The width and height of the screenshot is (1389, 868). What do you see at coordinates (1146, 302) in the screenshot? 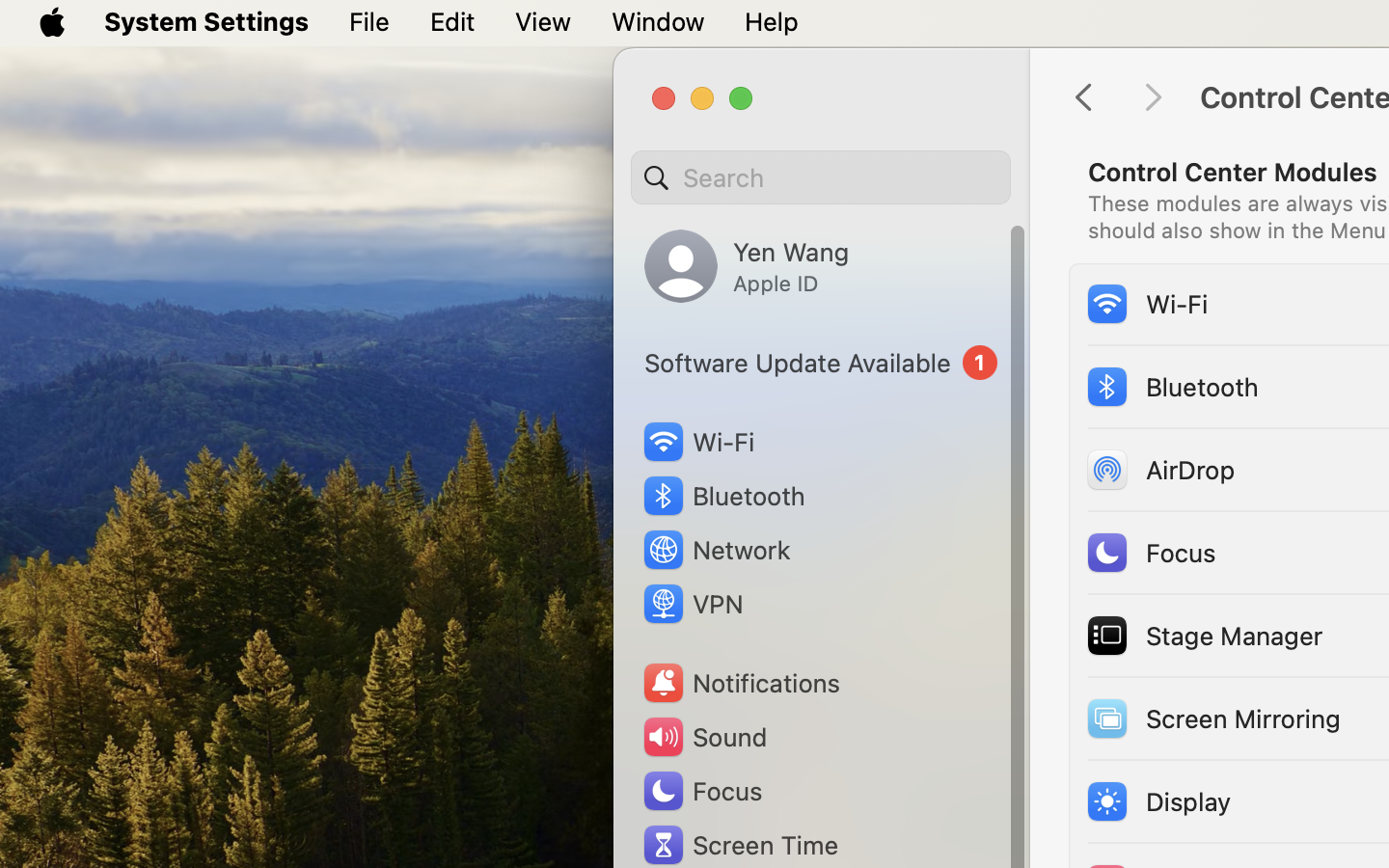
I see `'Wi‑Fi'` at bounding box center [1146, 302].